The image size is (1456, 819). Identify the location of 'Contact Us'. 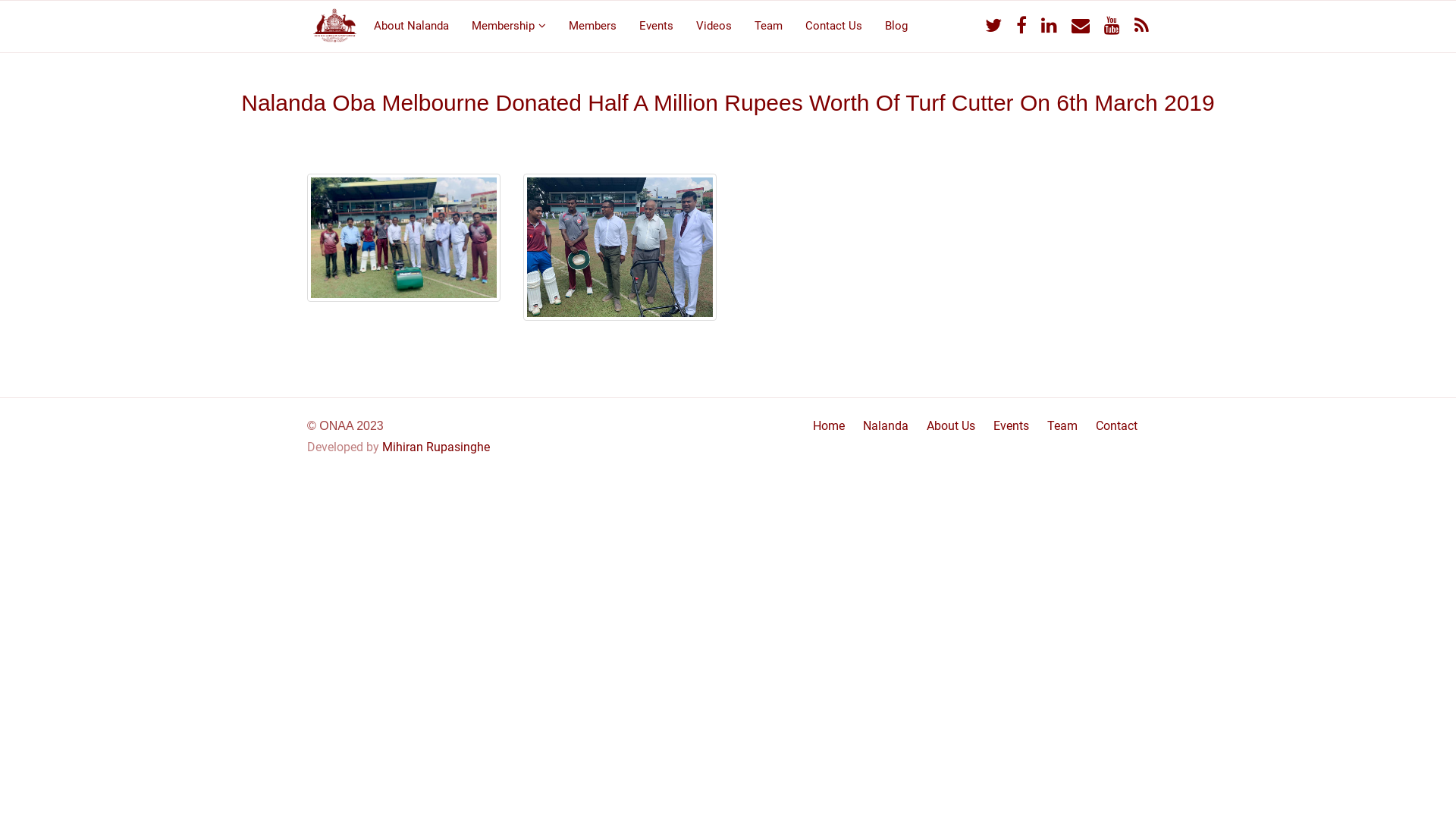
(792, 24).